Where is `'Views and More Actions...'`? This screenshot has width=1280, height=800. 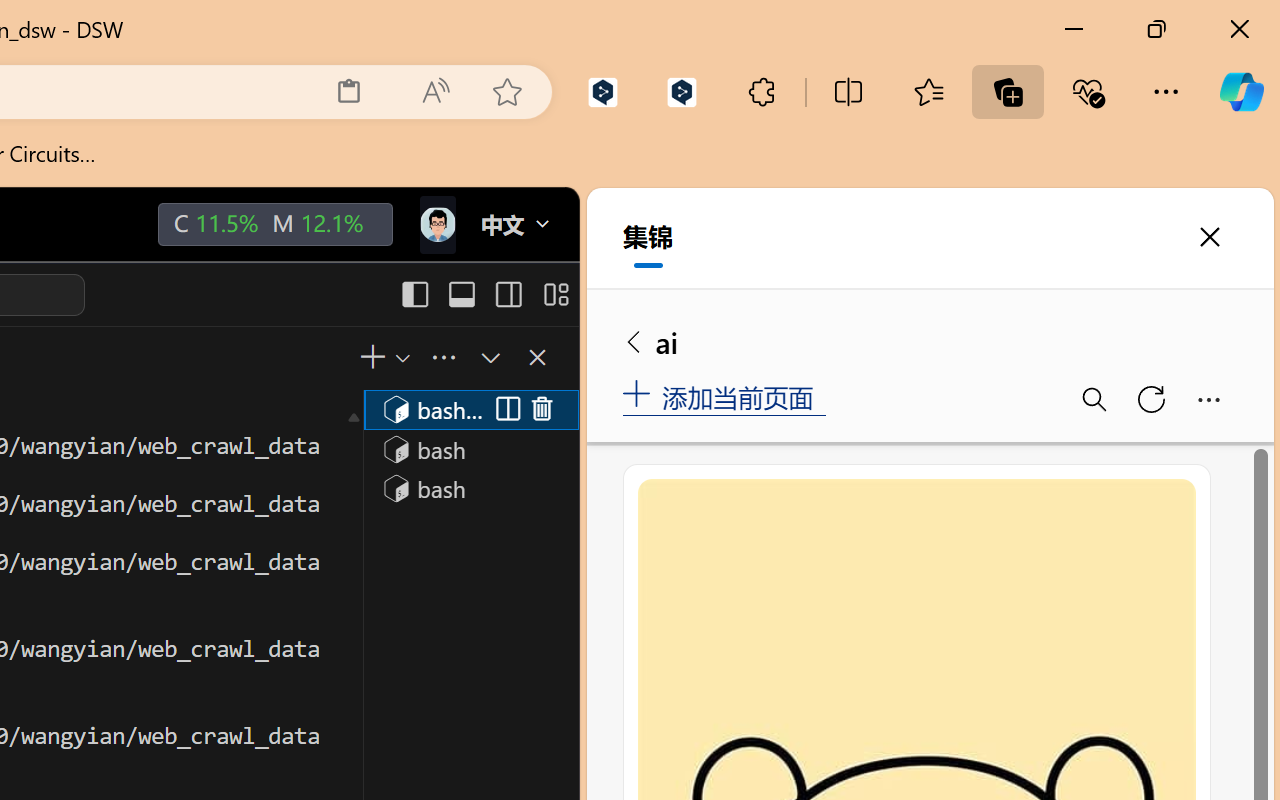
'Views and More Actions...' is located at coordinates (441, 357).